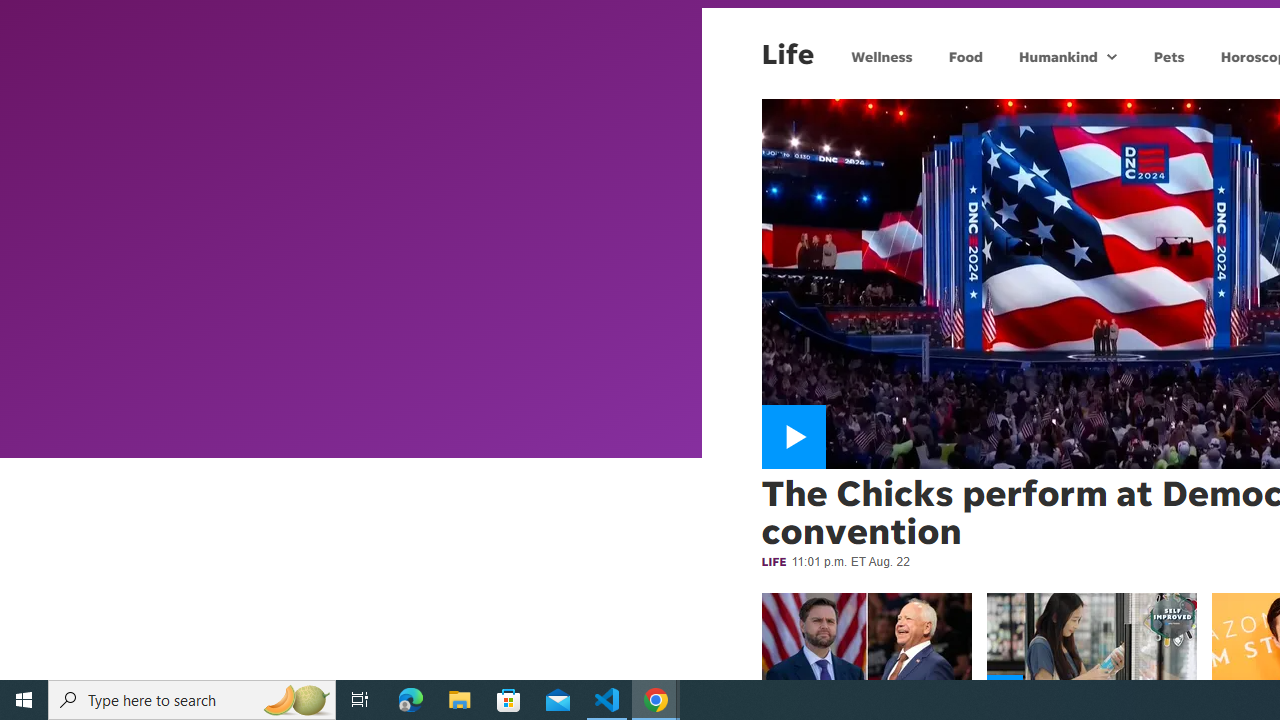 This screenshot has width=1280, height=720. Describe the element at coordinates (192, 698) in the screenshot. I see `'Type here to search'` at that location.